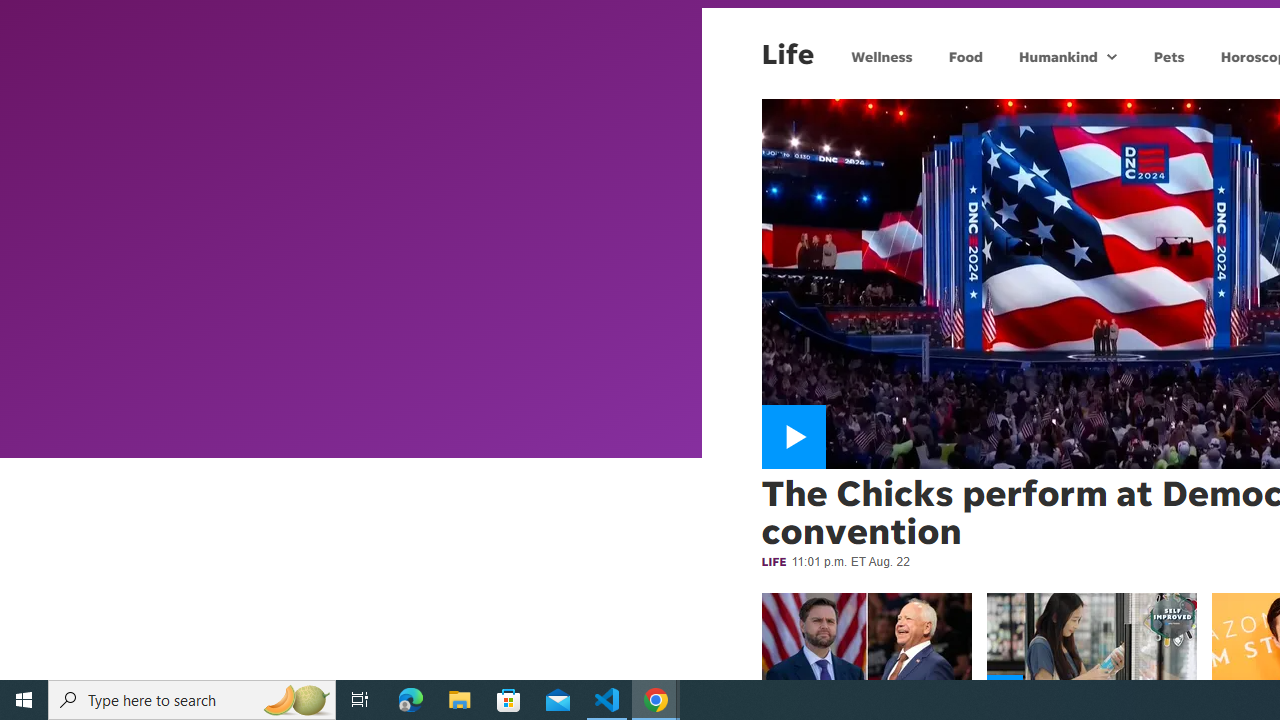 This screenshot has width=1280, height=720. Describe the element at coordinates (192, 698) in the screenshot. I see `'Type here to search'` at that location.